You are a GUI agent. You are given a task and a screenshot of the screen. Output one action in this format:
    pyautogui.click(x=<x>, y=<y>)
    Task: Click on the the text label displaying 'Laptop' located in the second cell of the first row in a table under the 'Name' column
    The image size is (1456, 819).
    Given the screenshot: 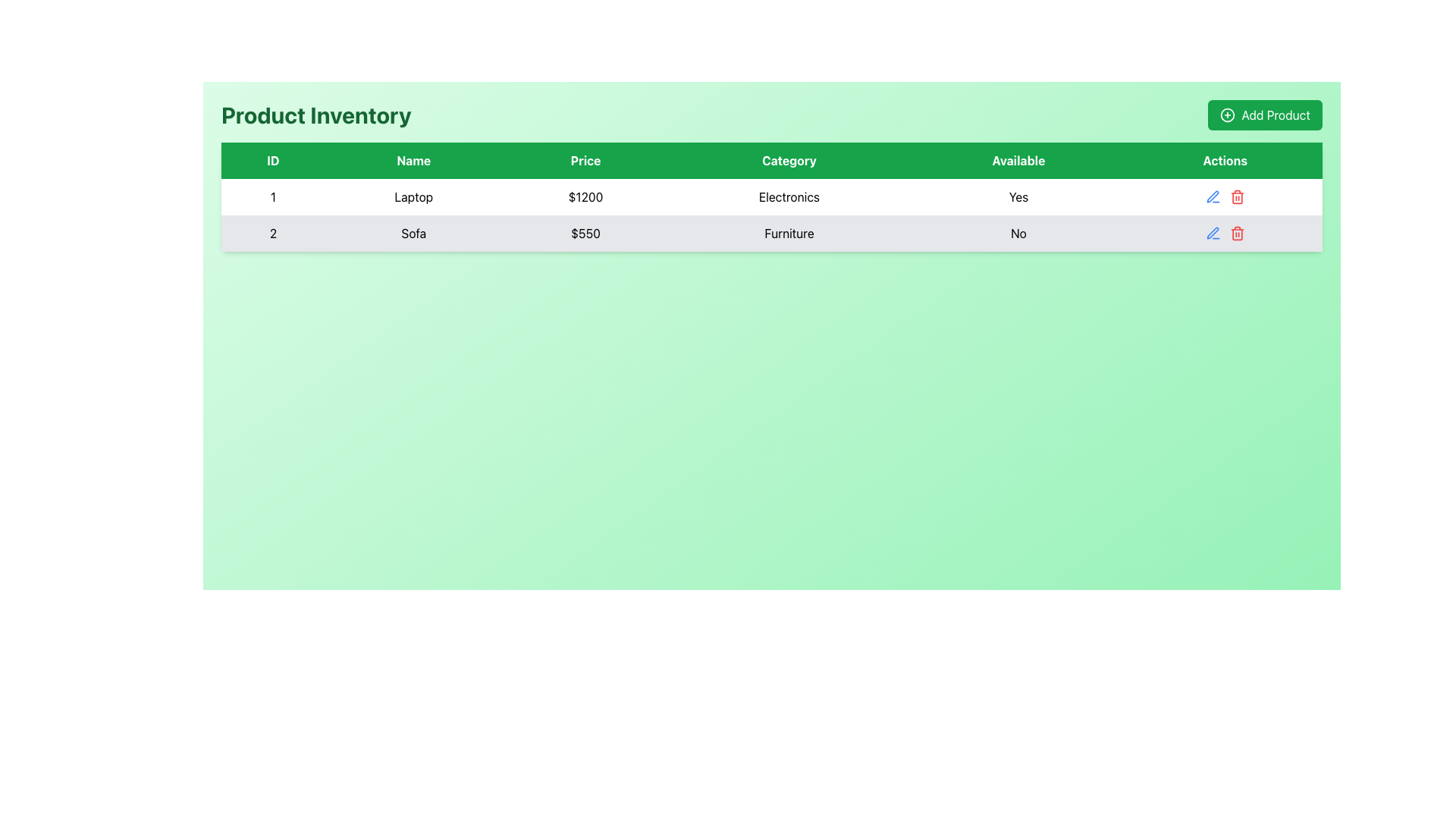 What is the action you would take?
    pyautogui.click(x=413, y=196)
    